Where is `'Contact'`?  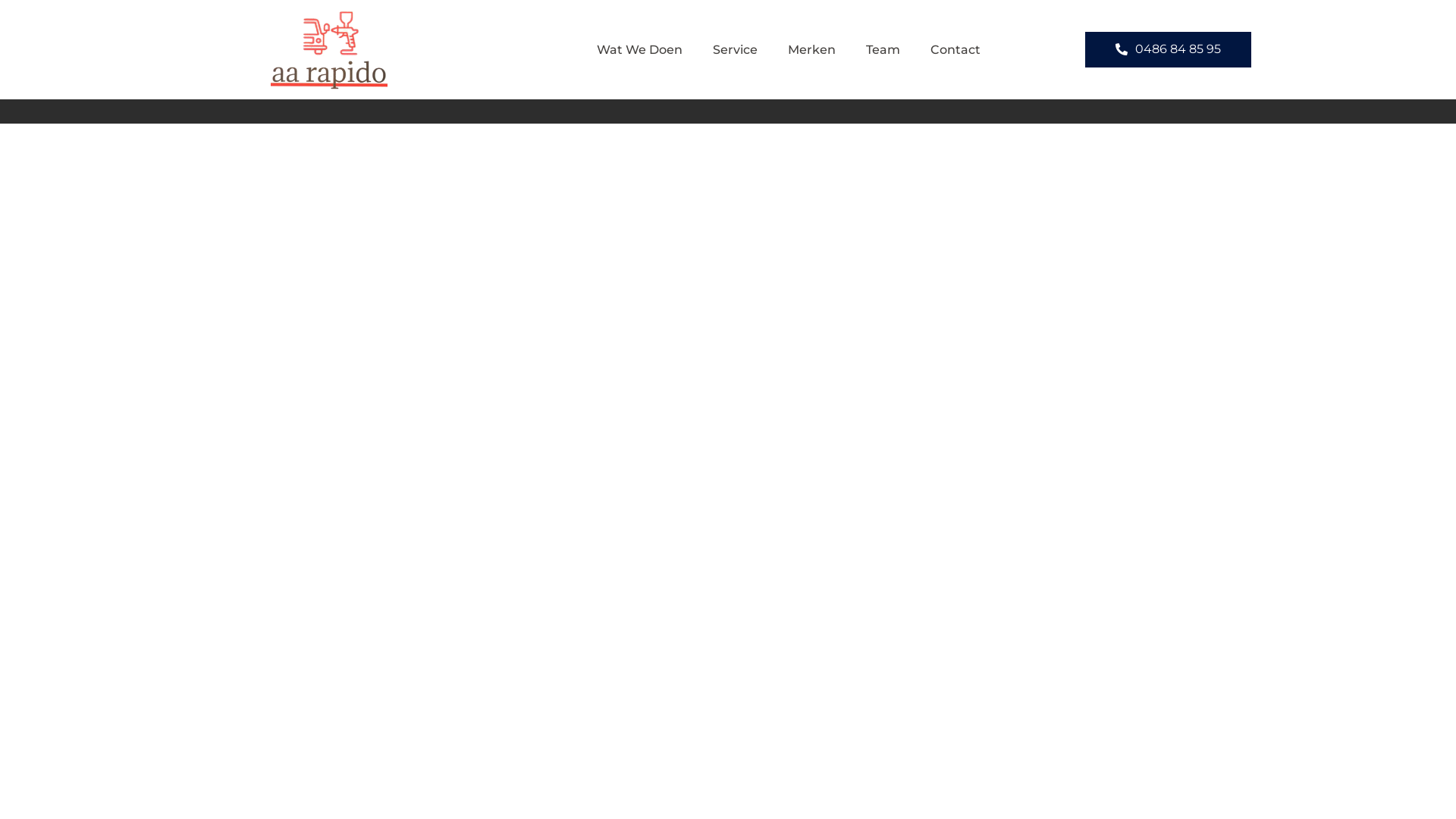 'Contact' is located at coordinates (954, 49).